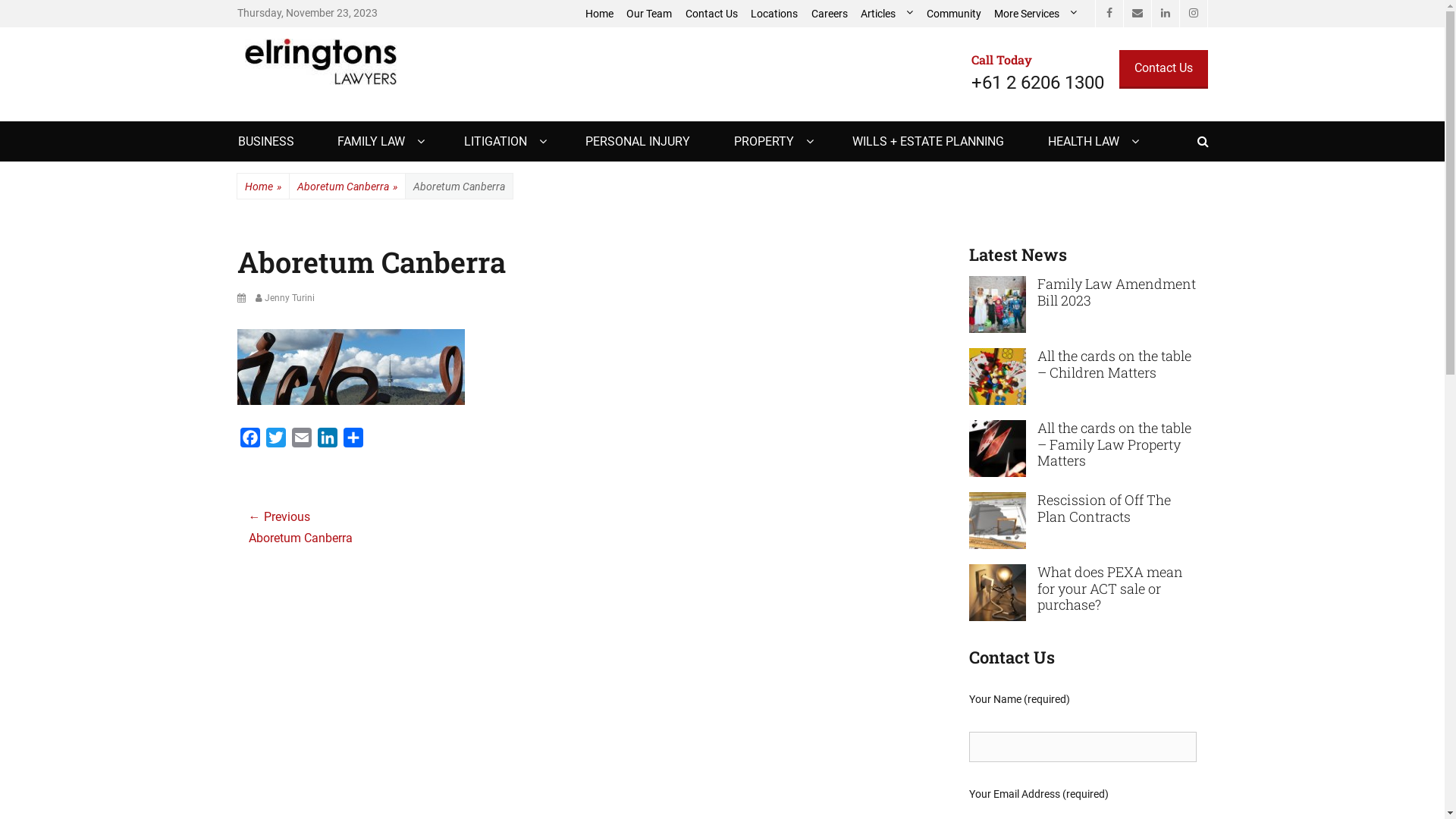  What do you see at coordinates (236, 441) in the screenshot?
I see `'Facebook'` at bounding box center [236, 441].